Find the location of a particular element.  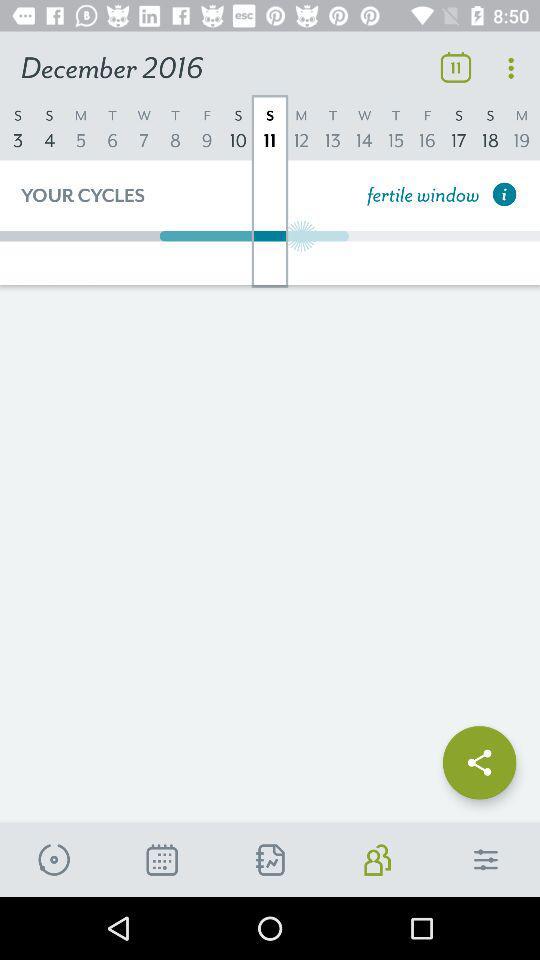

home page is located at coordinates (485, 859).